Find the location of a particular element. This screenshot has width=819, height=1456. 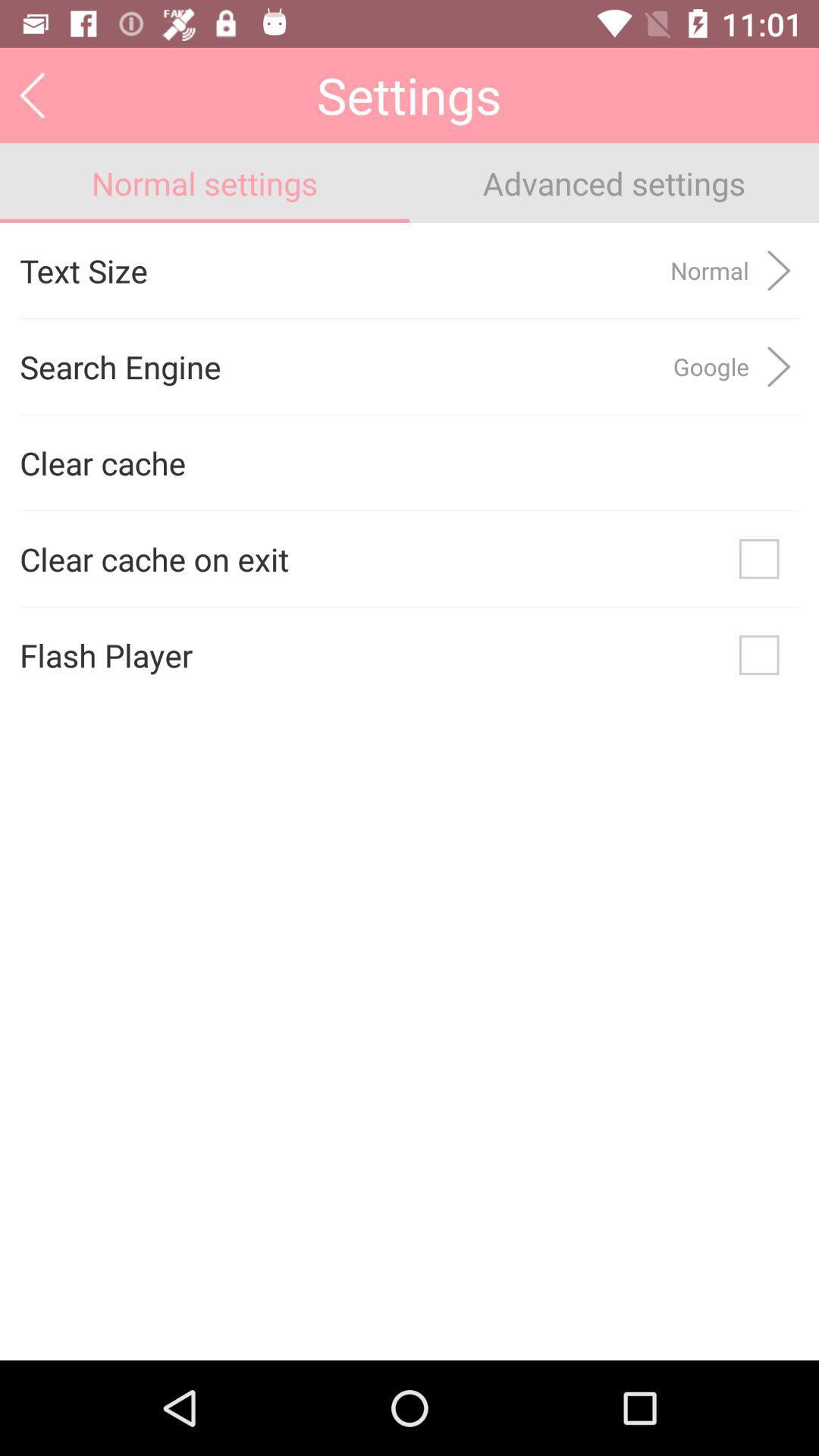

allow flash player is located at coordinates (759, 655).